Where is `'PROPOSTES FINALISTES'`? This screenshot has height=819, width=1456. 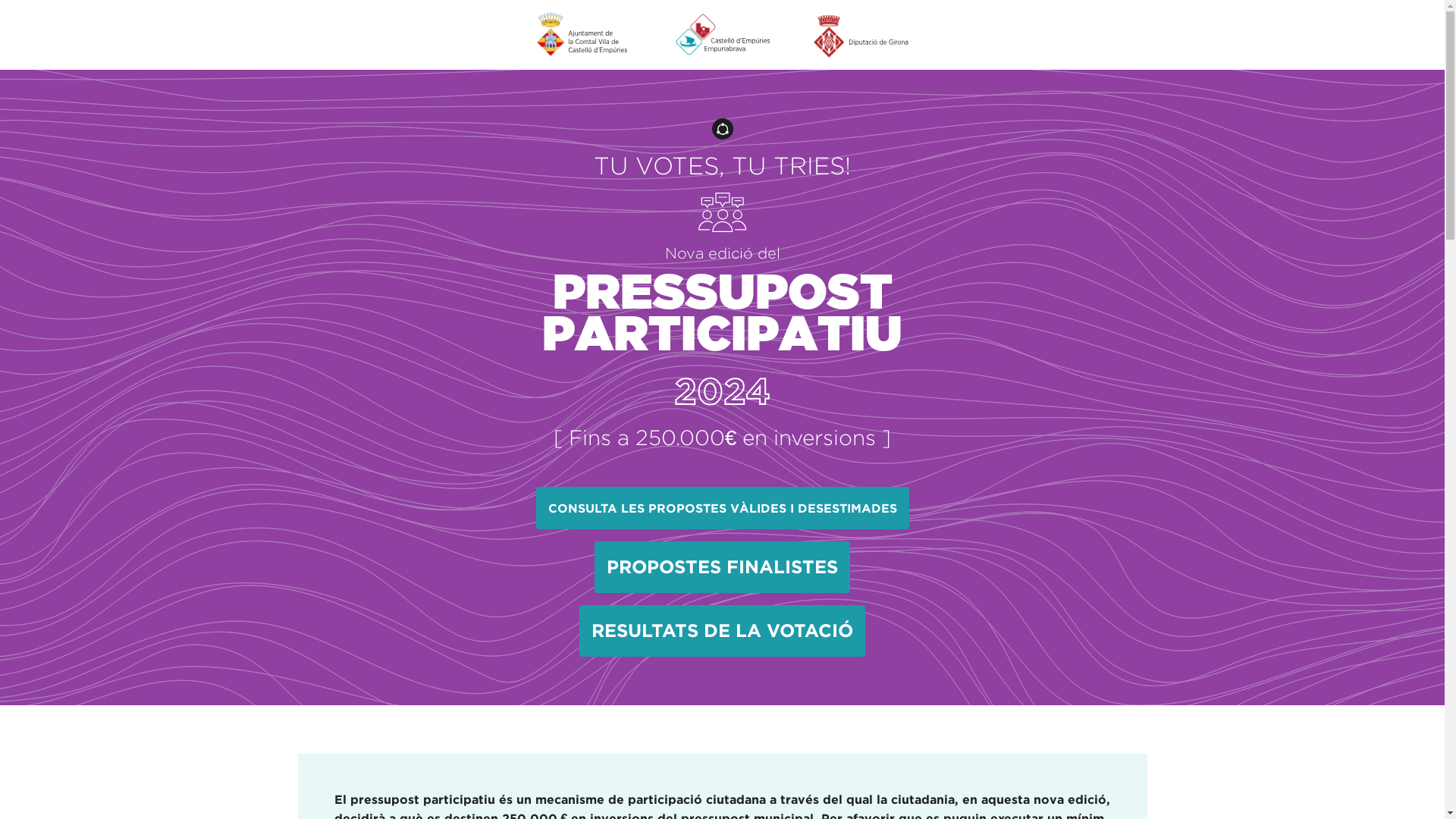 'PROPOSTES FINALISTES' is located at coordinates (721, 567).